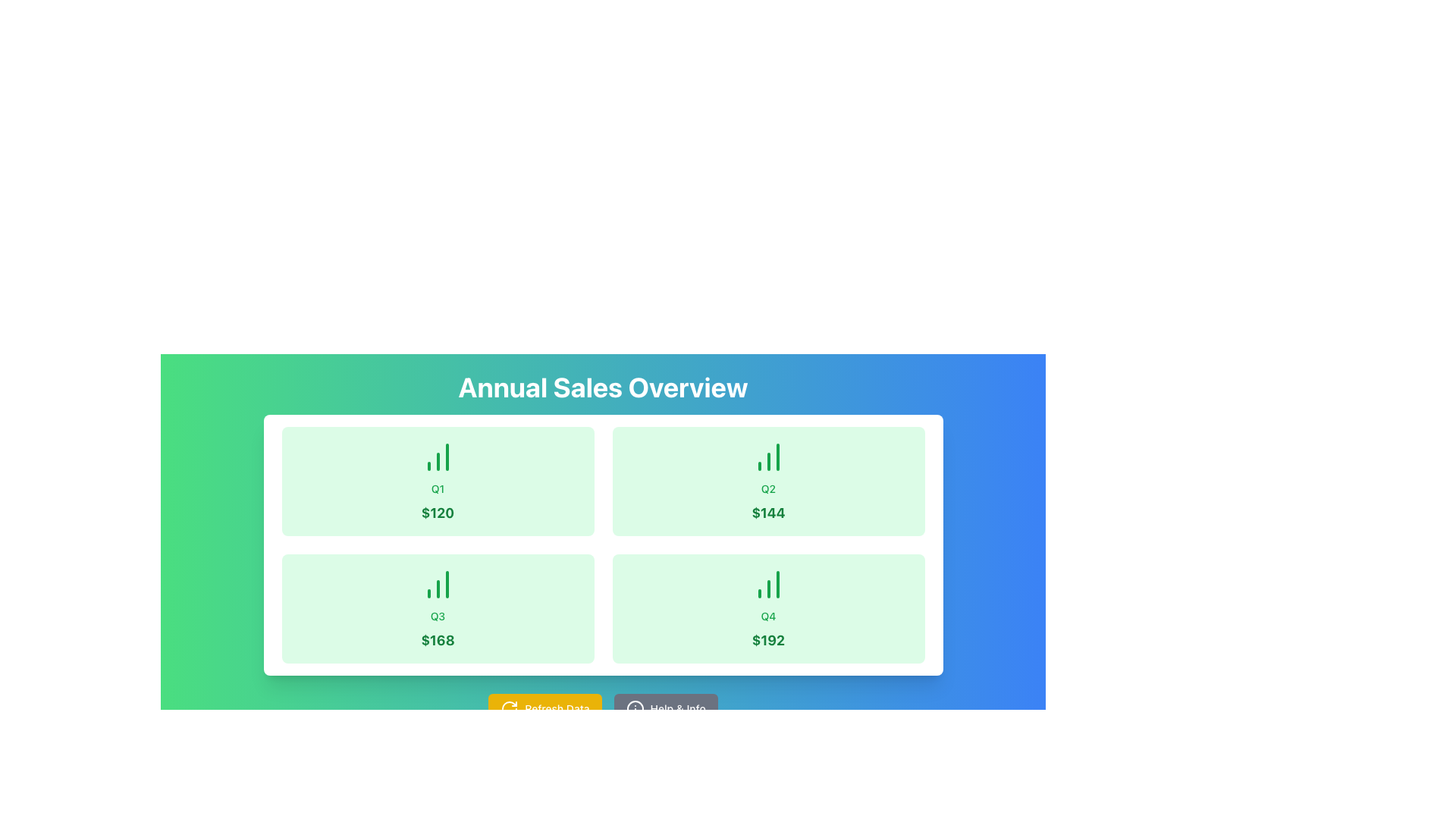  Describe the element at coordinates (437, 513) in the screenshot. I see `the text label displaying the value '$120' in bold, green-colored text, which is located at the bottom part of the sales data panel for Q1` at that location.